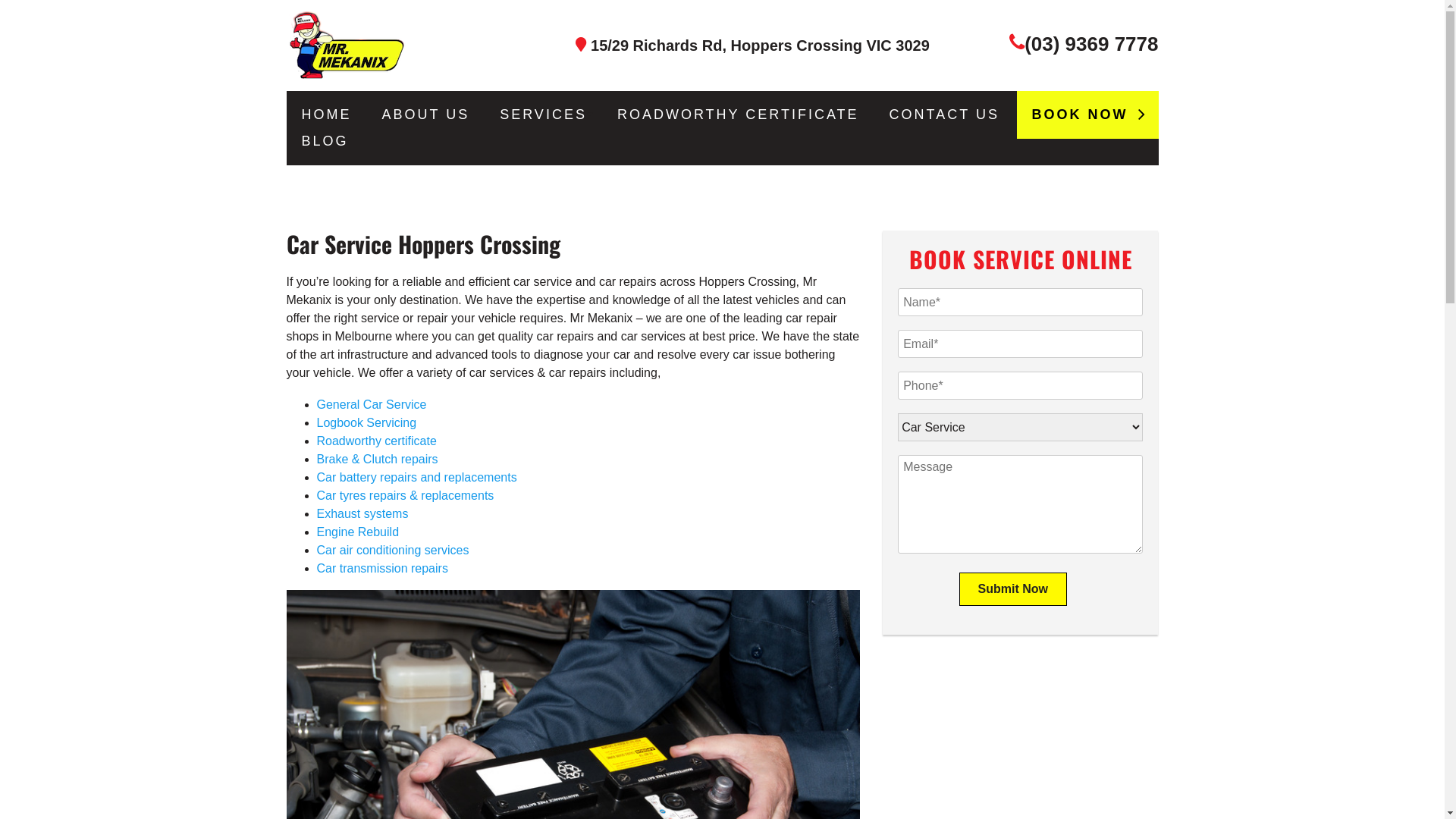 This screenshot has width=1456, height=819. I want to click on 'HOME', so click(326, 114).